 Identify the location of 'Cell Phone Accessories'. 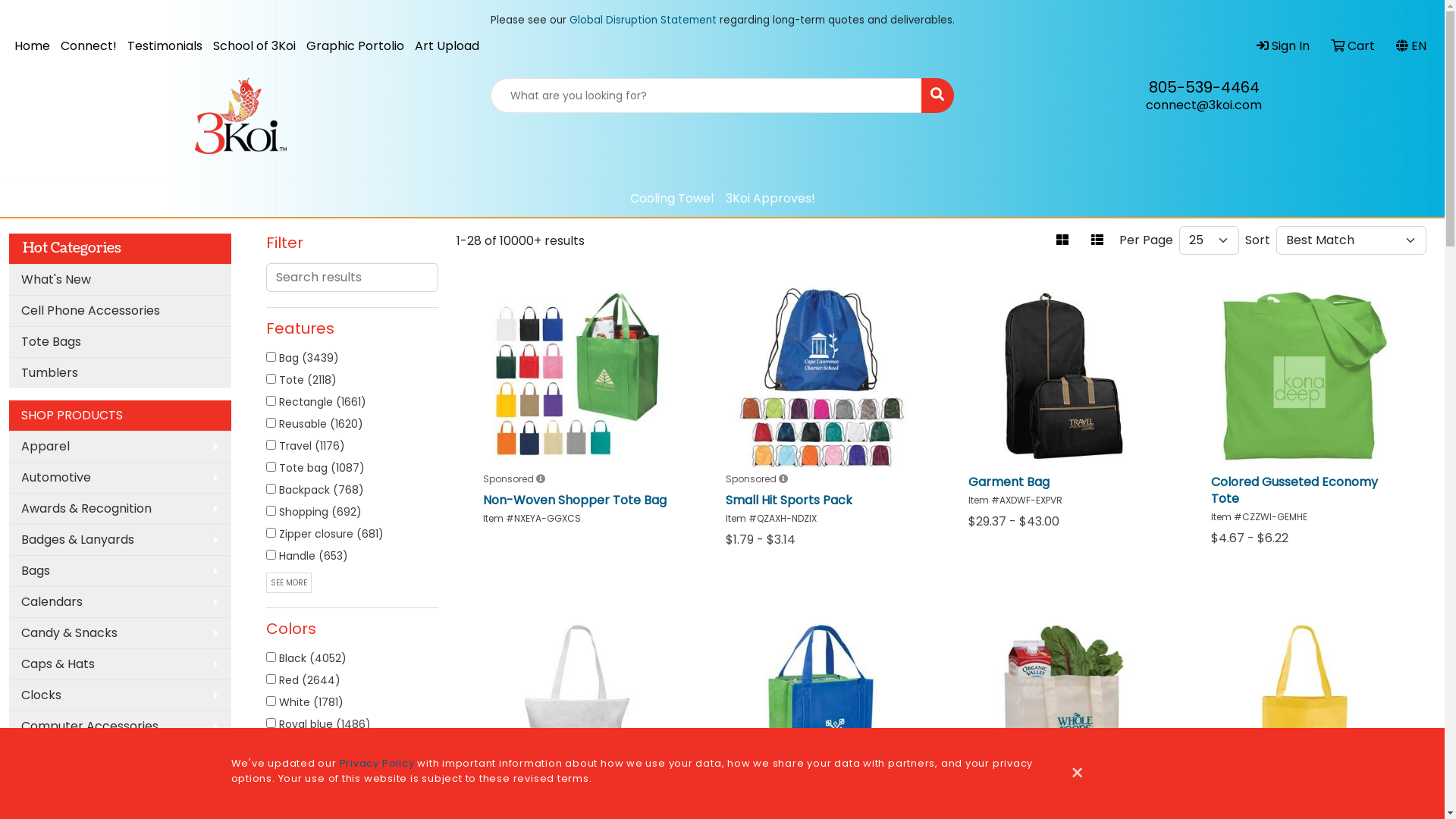
(119, 309).